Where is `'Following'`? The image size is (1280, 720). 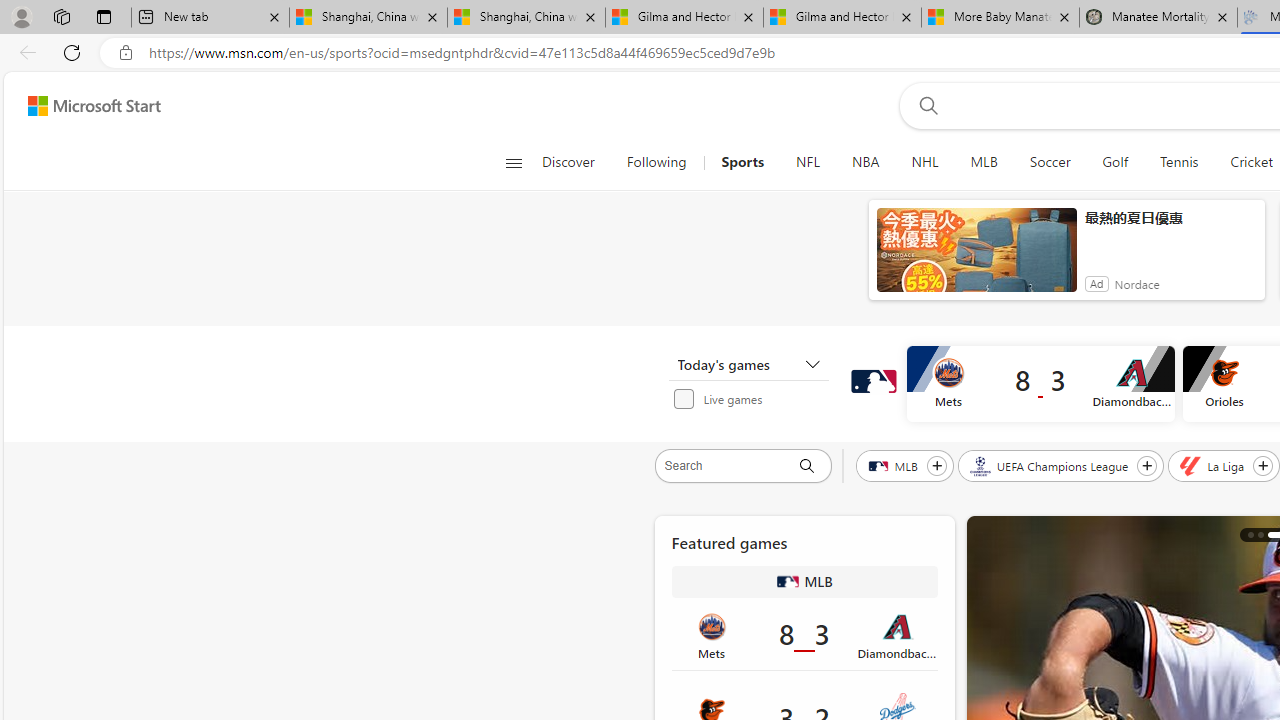 'Following' is located at coordinates (656, 162).